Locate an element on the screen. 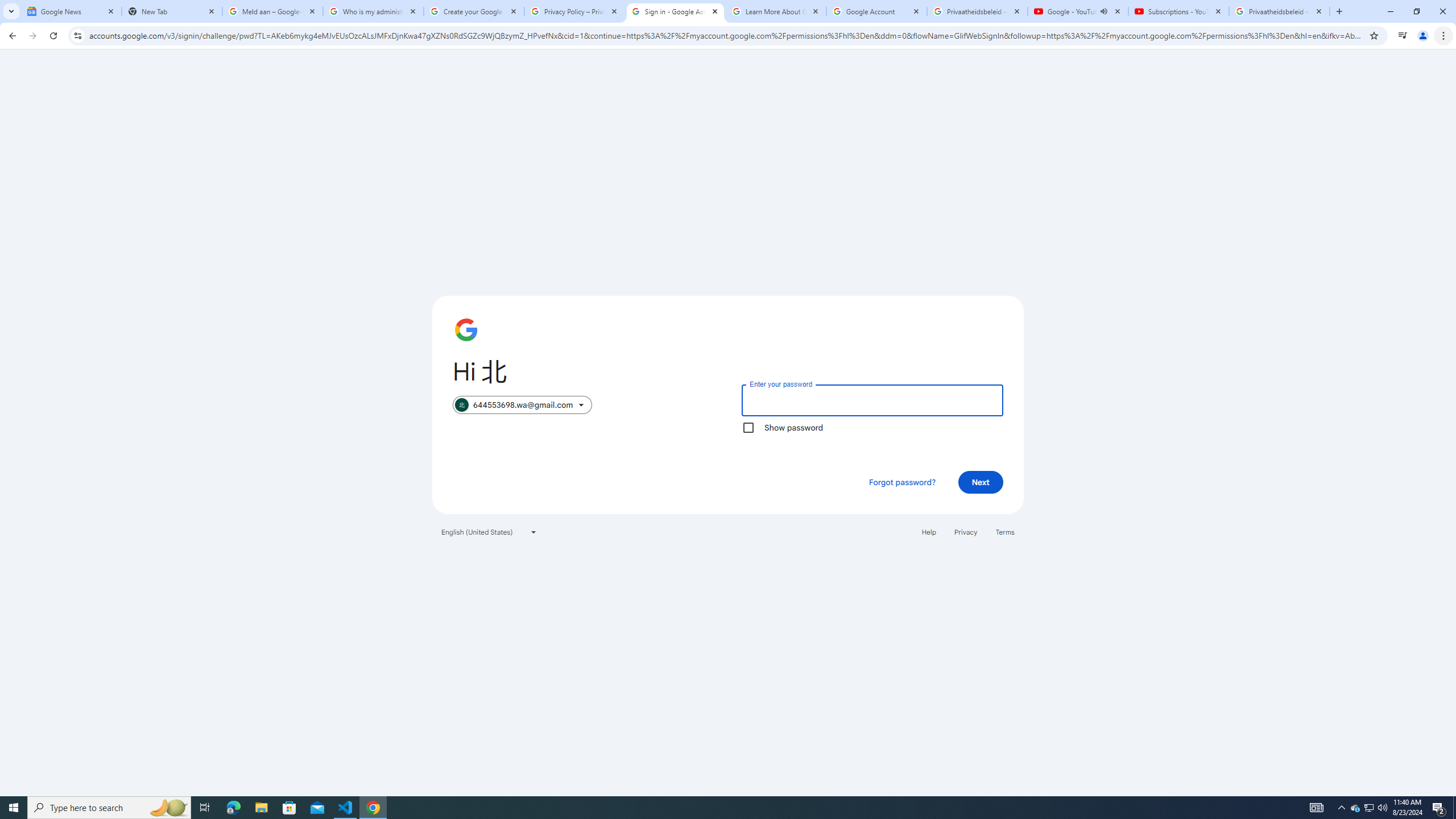 The image size is (1456, 819). 'New Tab' is located at coordinates (171, 11).